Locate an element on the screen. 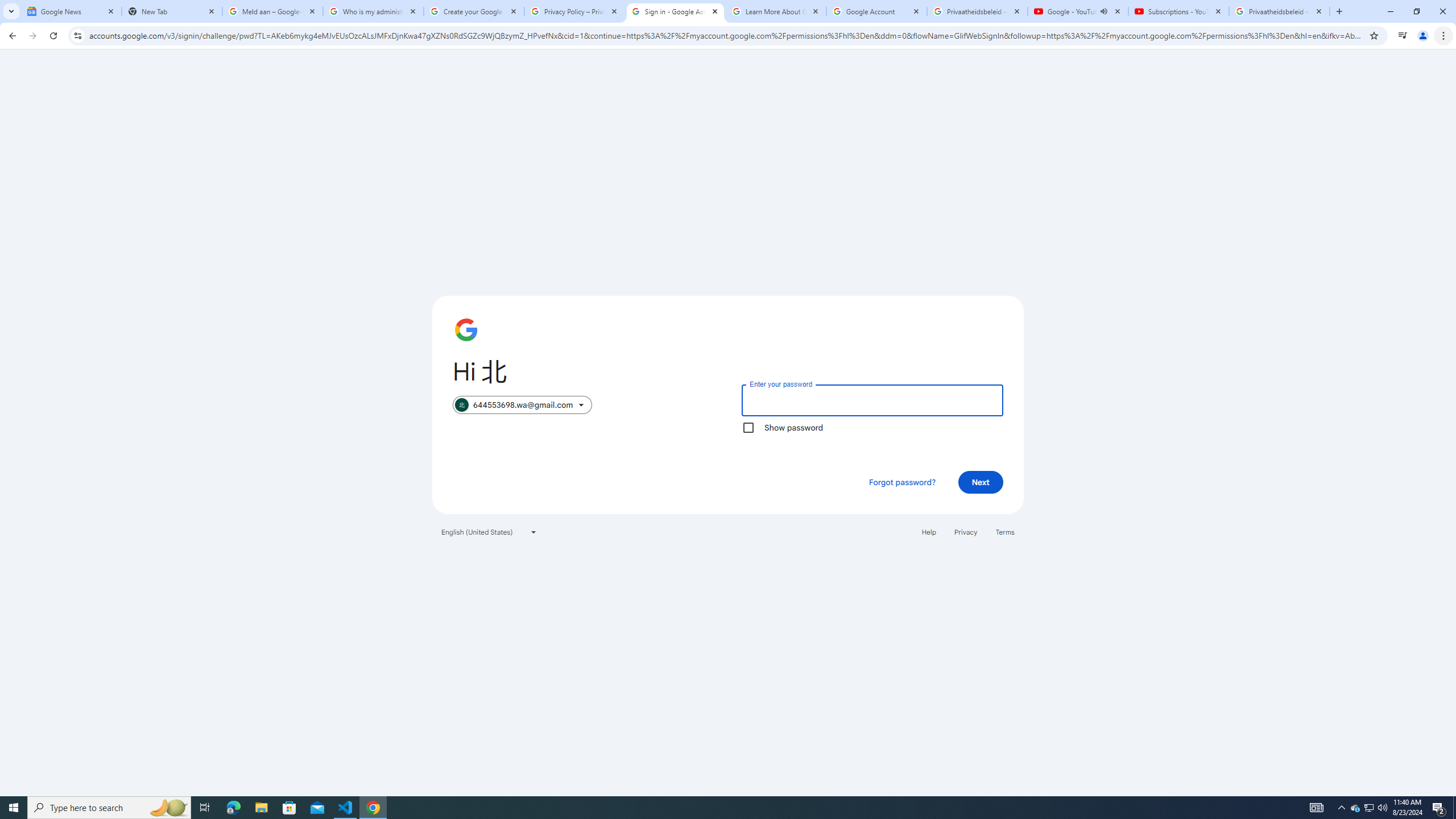 The image size is (1456, 819). 'New Tab' is located at coordinates (171, 11).